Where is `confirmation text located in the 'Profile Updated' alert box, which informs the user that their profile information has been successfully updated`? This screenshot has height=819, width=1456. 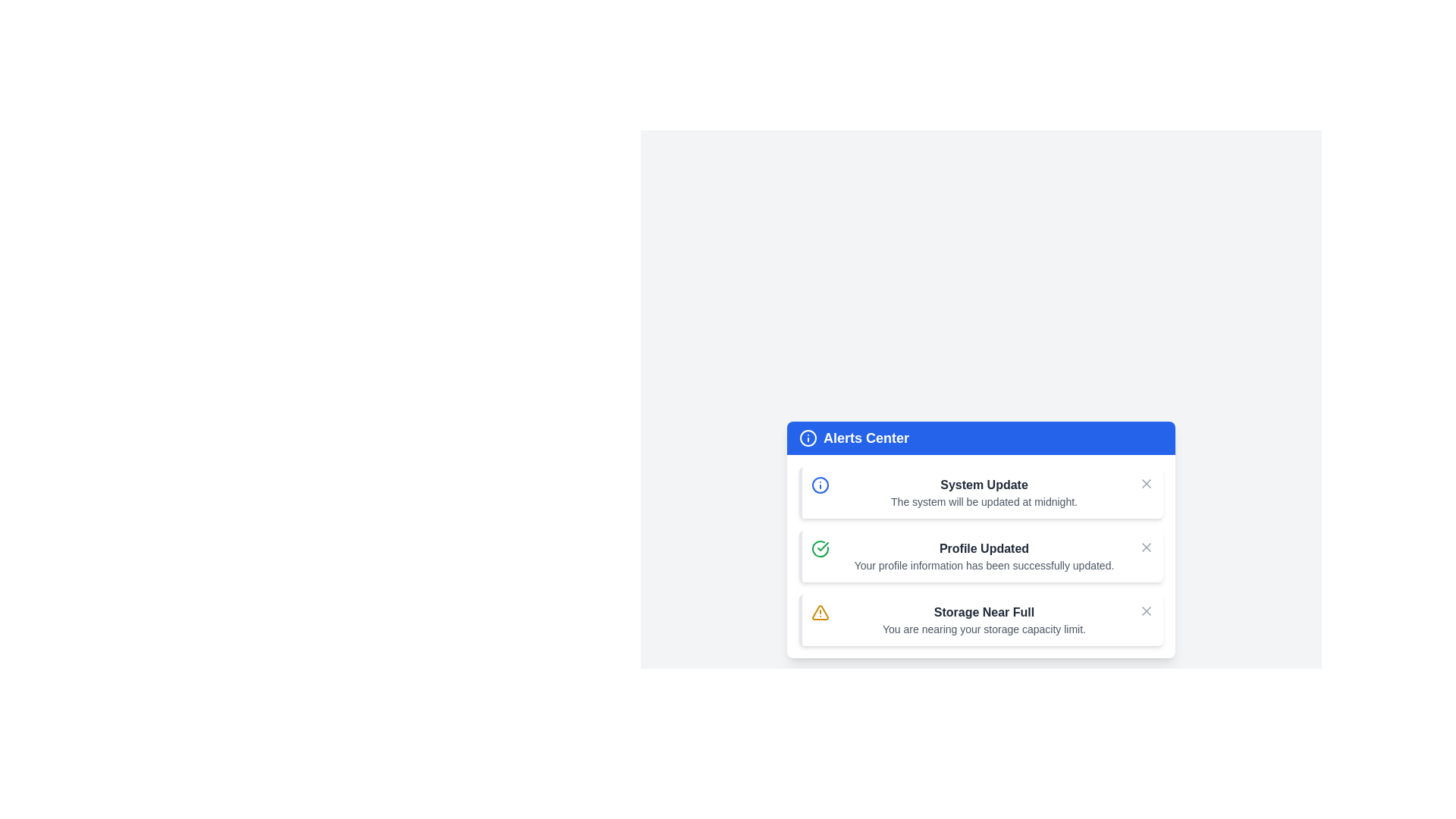 confirmation text located in the 'Profile Updated' alert box, which informs the user that their profile information has been successfully updated is located at coordinates (984, 565).